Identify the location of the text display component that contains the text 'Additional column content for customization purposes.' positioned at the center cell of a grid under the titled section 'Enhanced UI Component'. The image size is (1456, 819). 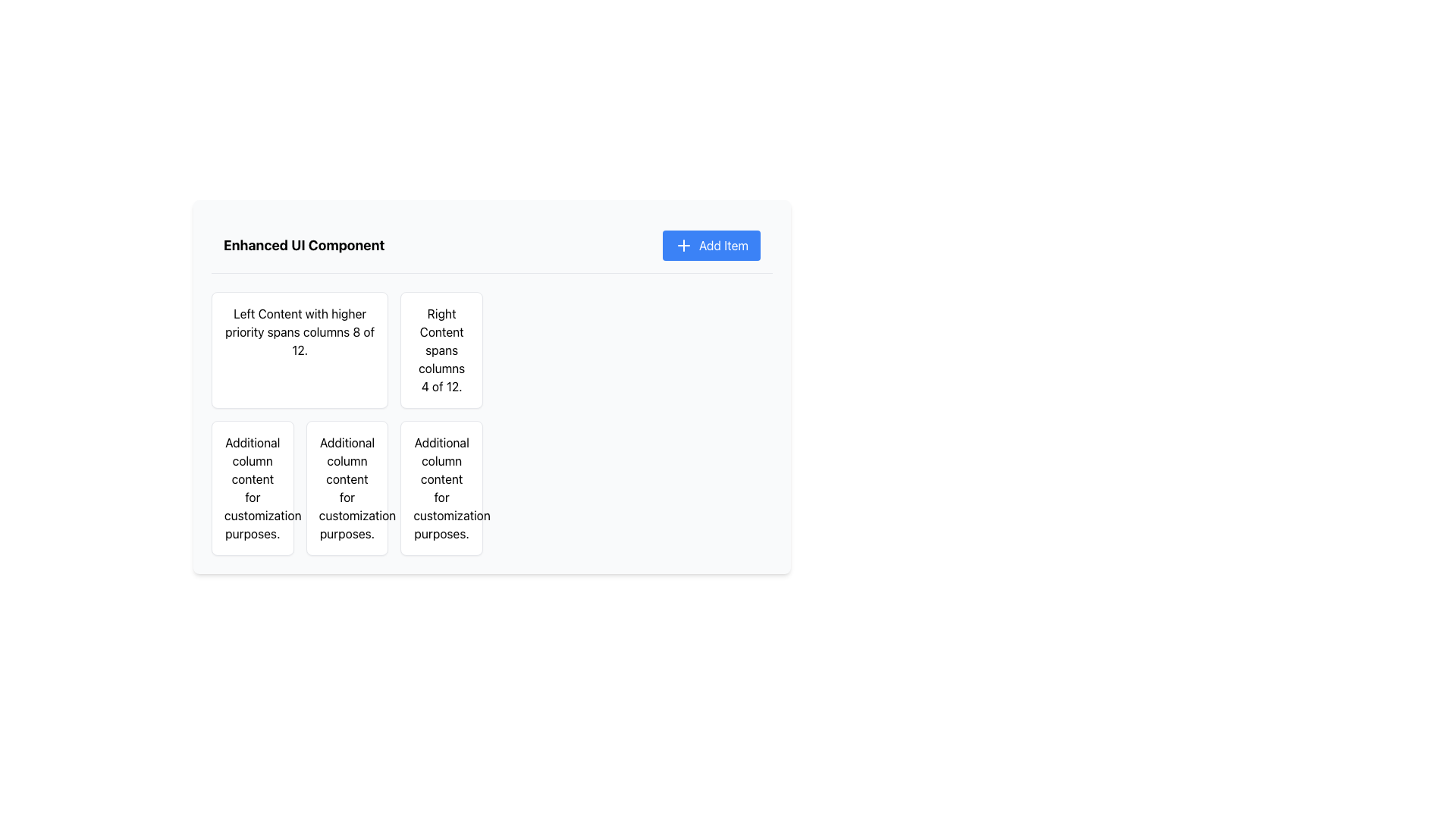
(346, 488).